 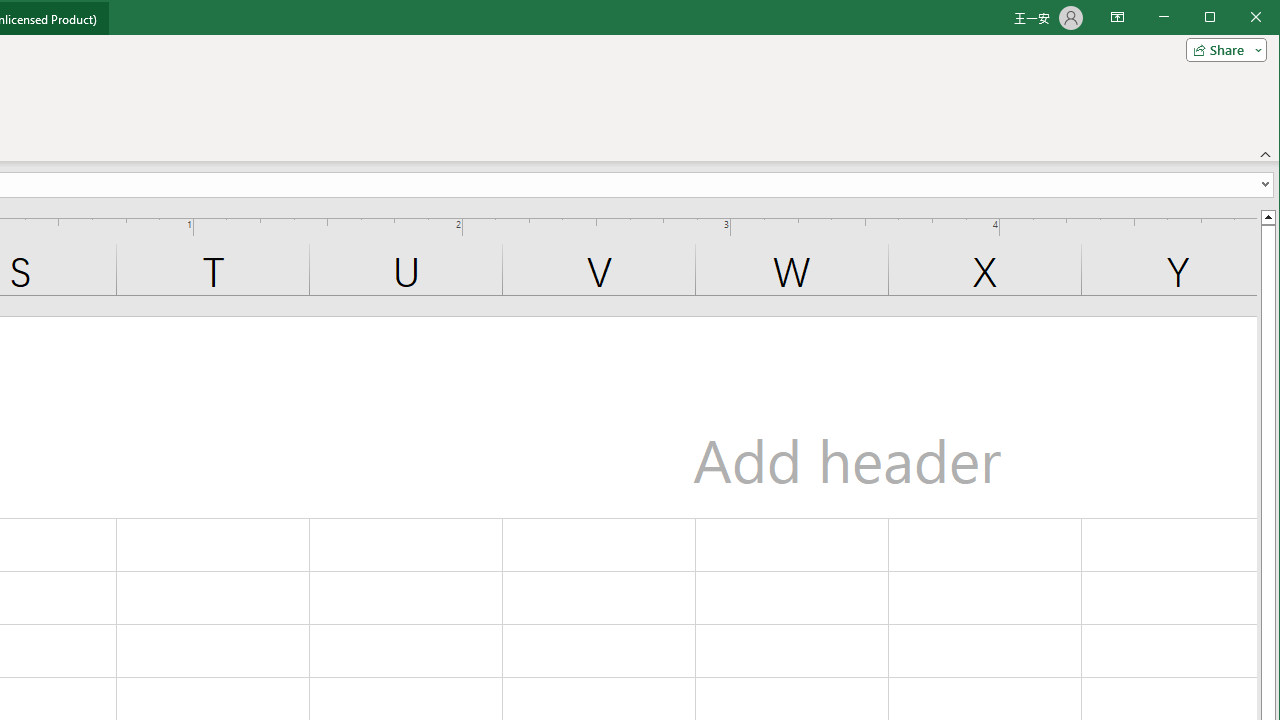 I want to click on 'Maximize', so click(x=1238, y=19).